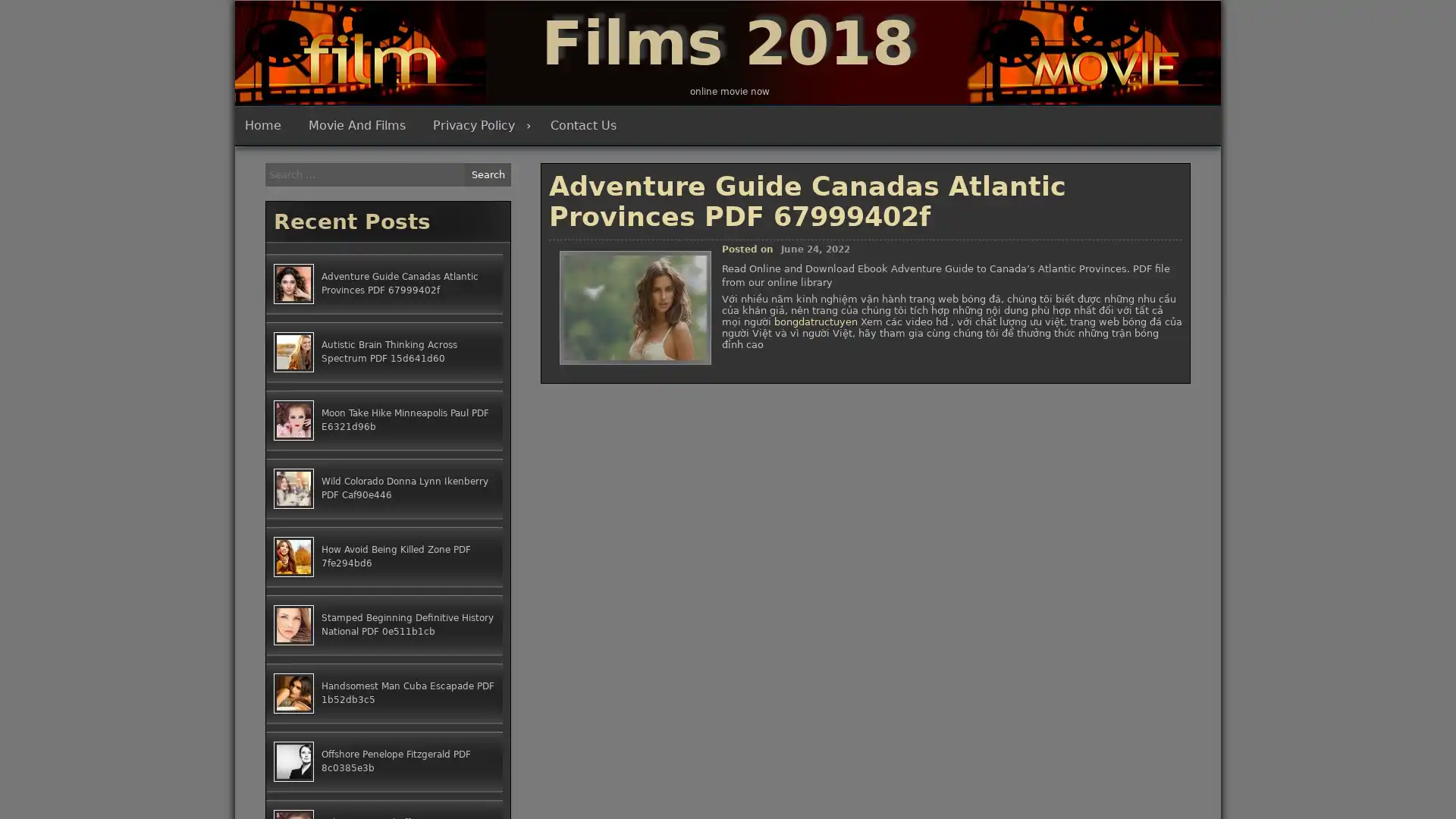 The image size is (1456, 819). What do you see at coordinates (488, 174) in the screenshot?
I see `Search` at bounding box center [488, 174].